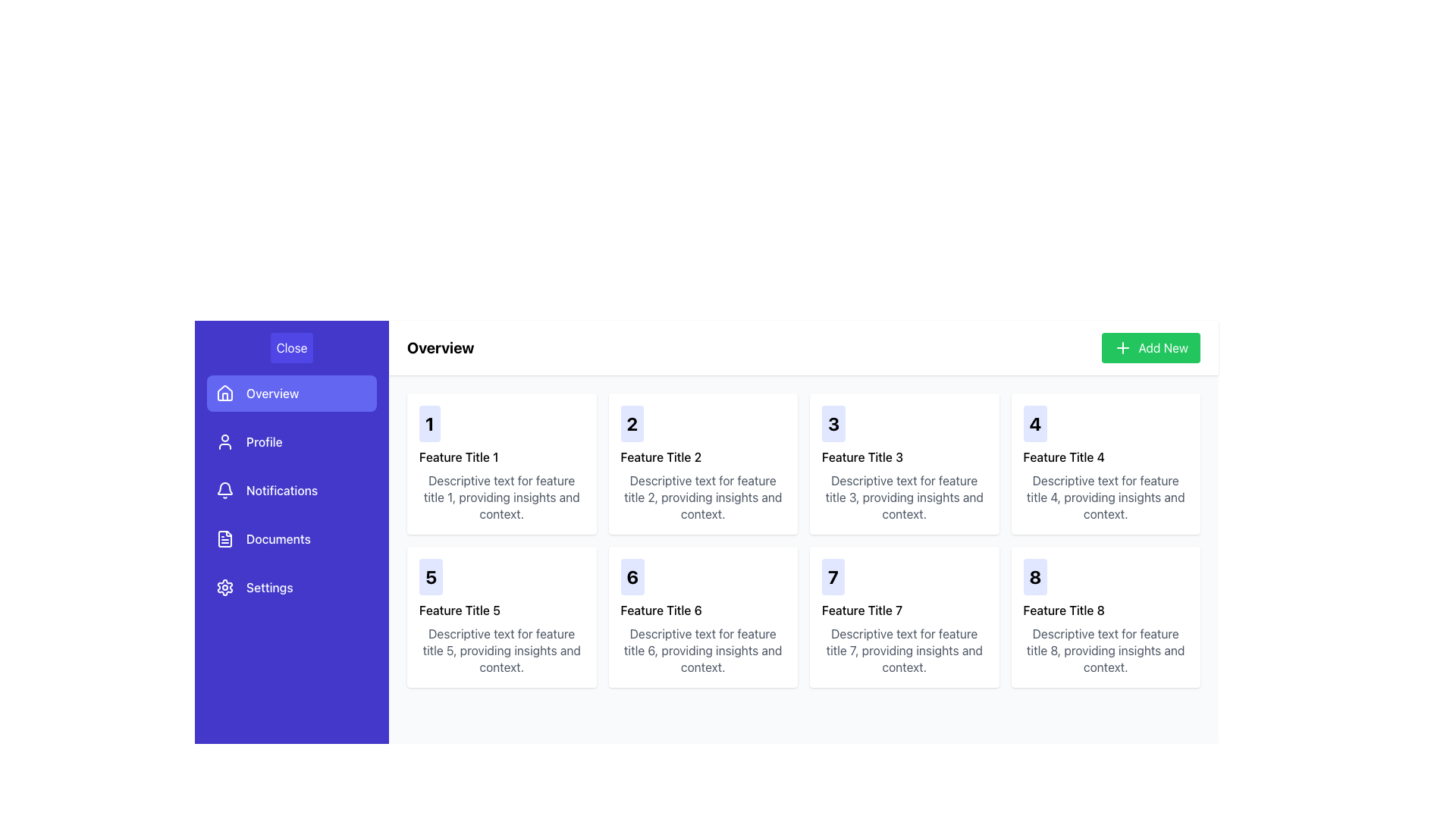 This screenshot has height=819, width=1456. Describe the element at coordinates (702, 649) in the screenshot. I see `the text block styled in gray, positioned below 'Feature Title 6' in the card layout` at that location.